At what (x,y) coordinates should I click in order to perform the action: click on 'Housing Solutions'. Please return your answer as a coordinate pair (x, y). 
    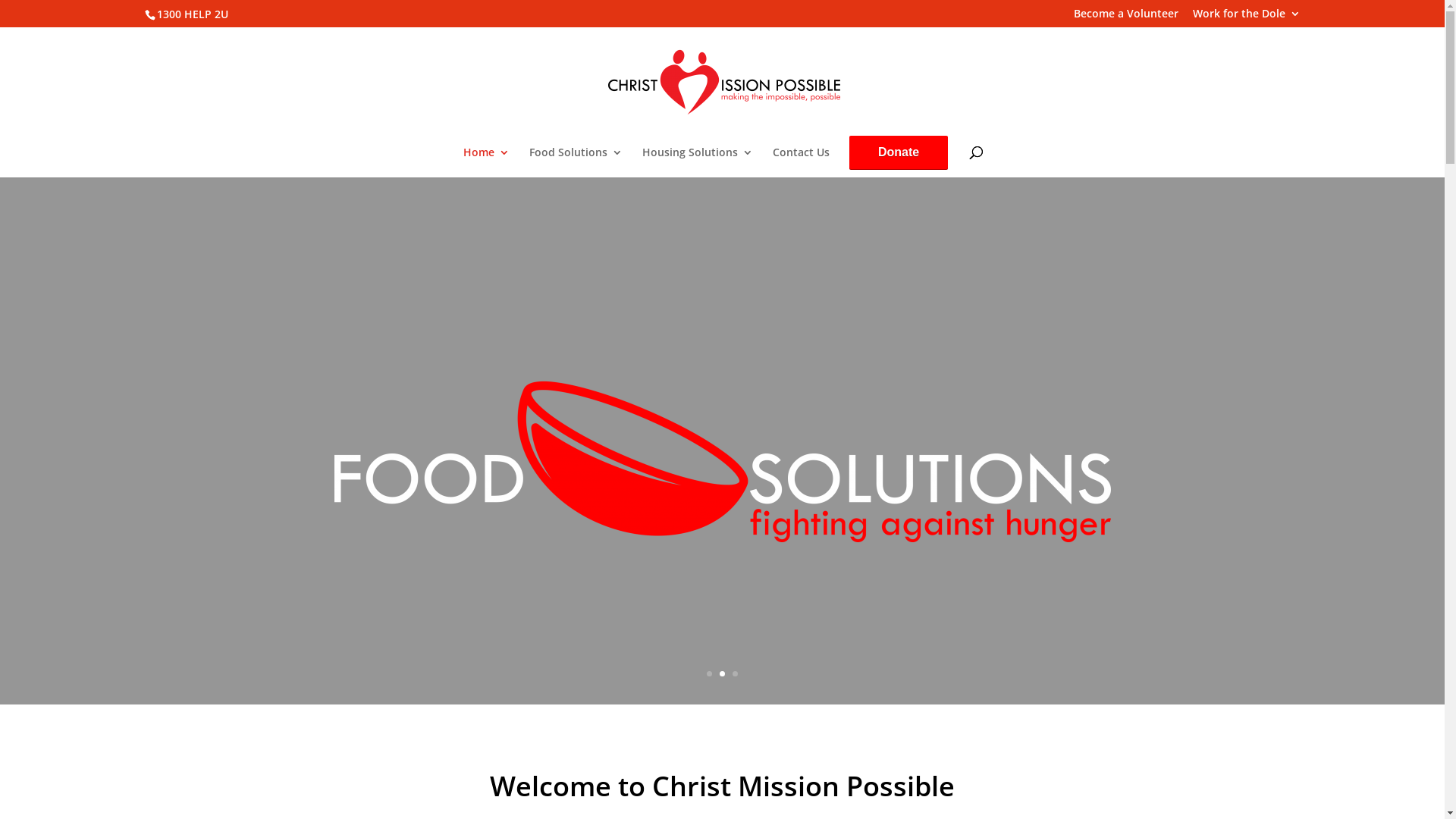
    Looking at the image, I should click on (697, 162).